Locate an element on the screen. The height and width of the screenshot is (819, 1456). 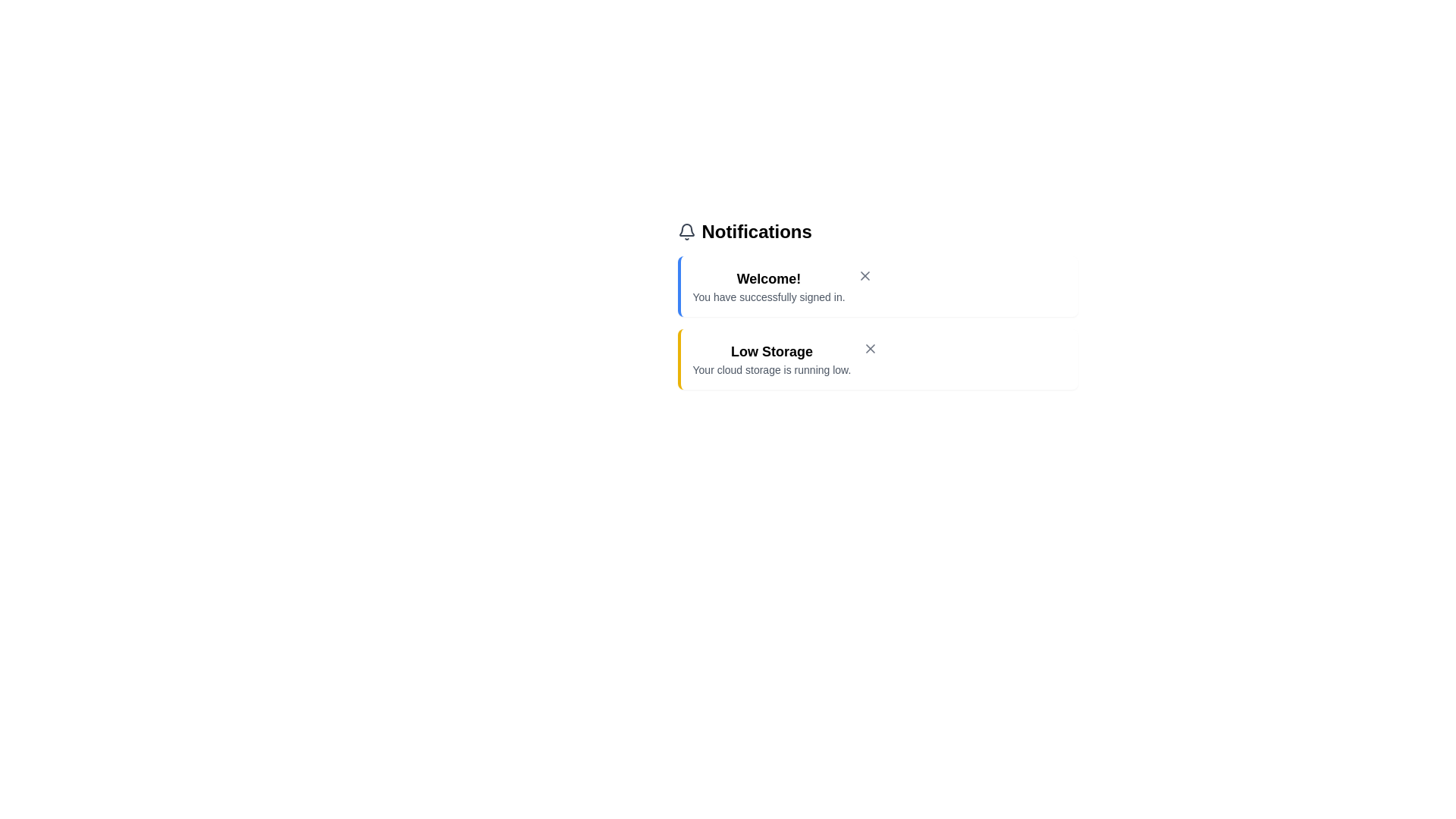
the gray notification bell icon located to the left of the 'Notifications' text at the top-left of the 'Notifications' section is located at coordinates (686, 231).